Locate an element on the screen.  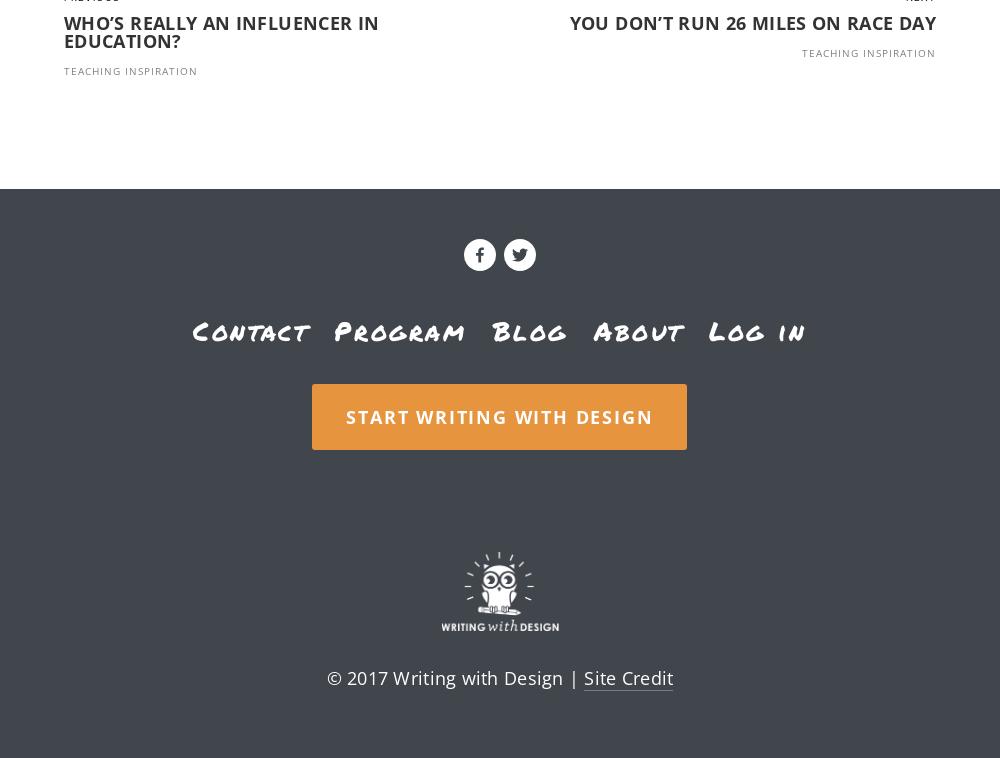
'Program' is located at coordinates (400, 330).